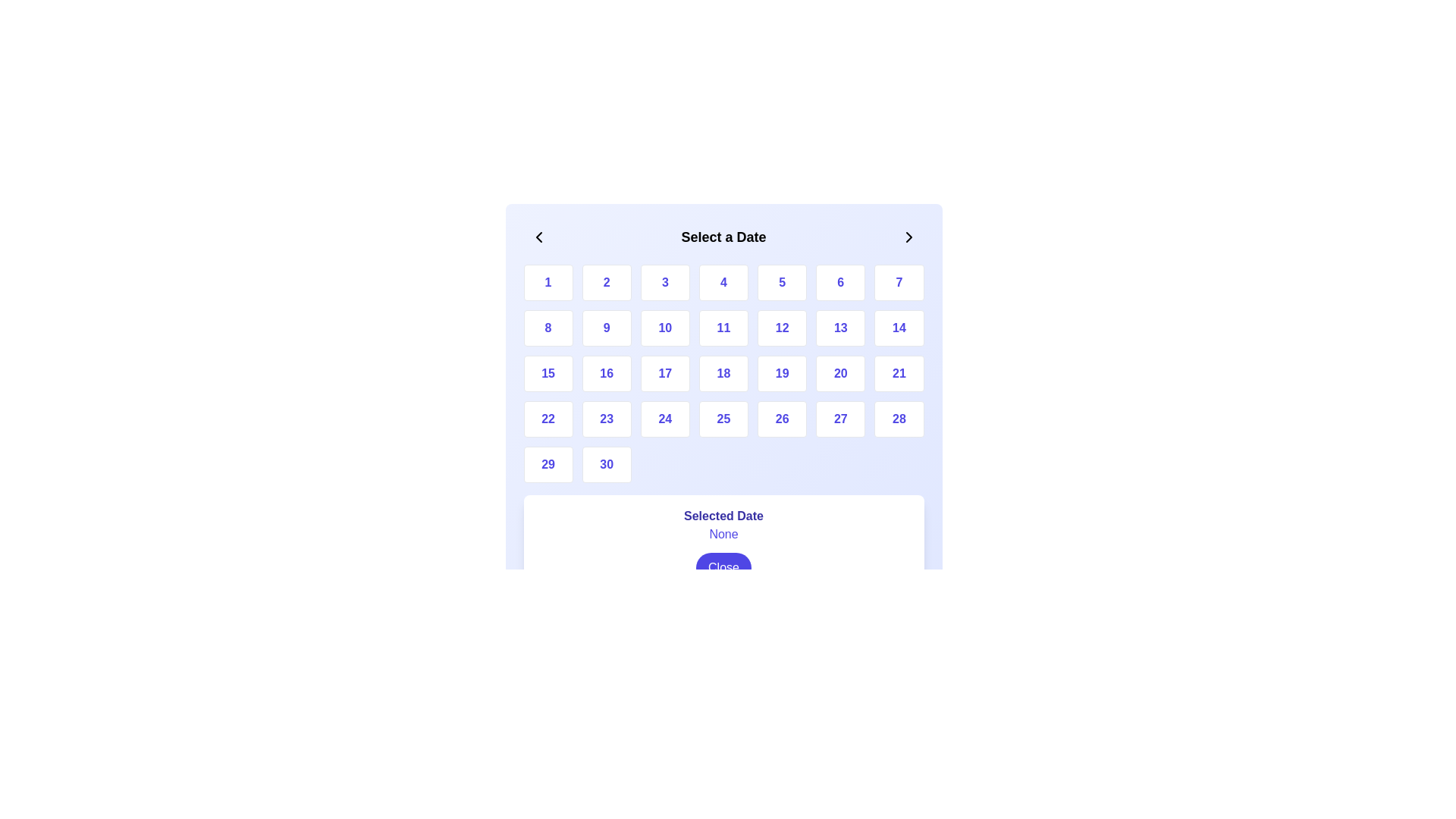  What do you see at coordinates (899, 374) in the screenshot?
I see `the rectangular button labeled '21' with bold indigo text and a white background` at bounding box center [899, 374].